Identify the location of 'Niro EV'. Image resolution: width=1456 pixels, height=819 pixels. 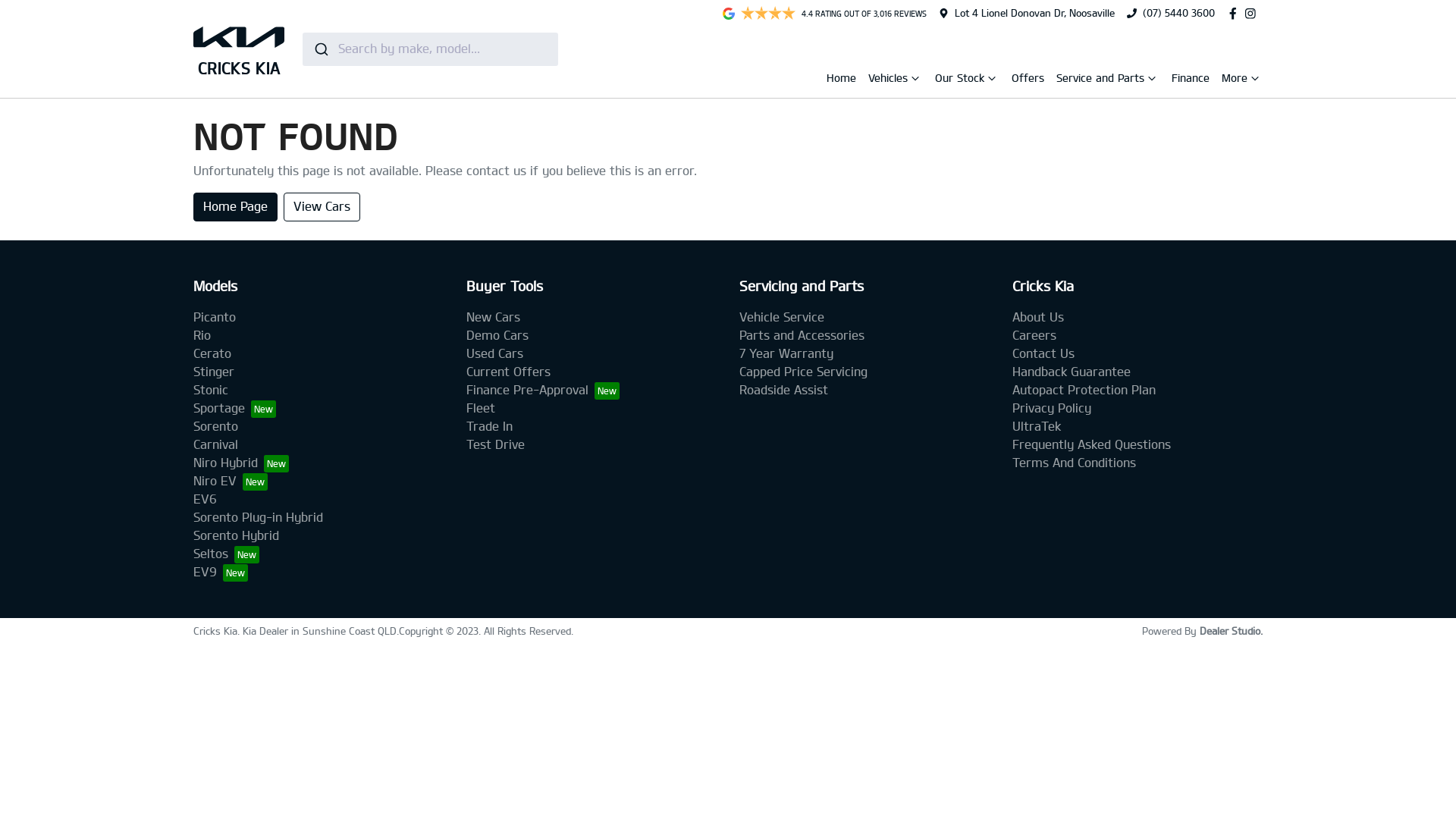
(229, 481).